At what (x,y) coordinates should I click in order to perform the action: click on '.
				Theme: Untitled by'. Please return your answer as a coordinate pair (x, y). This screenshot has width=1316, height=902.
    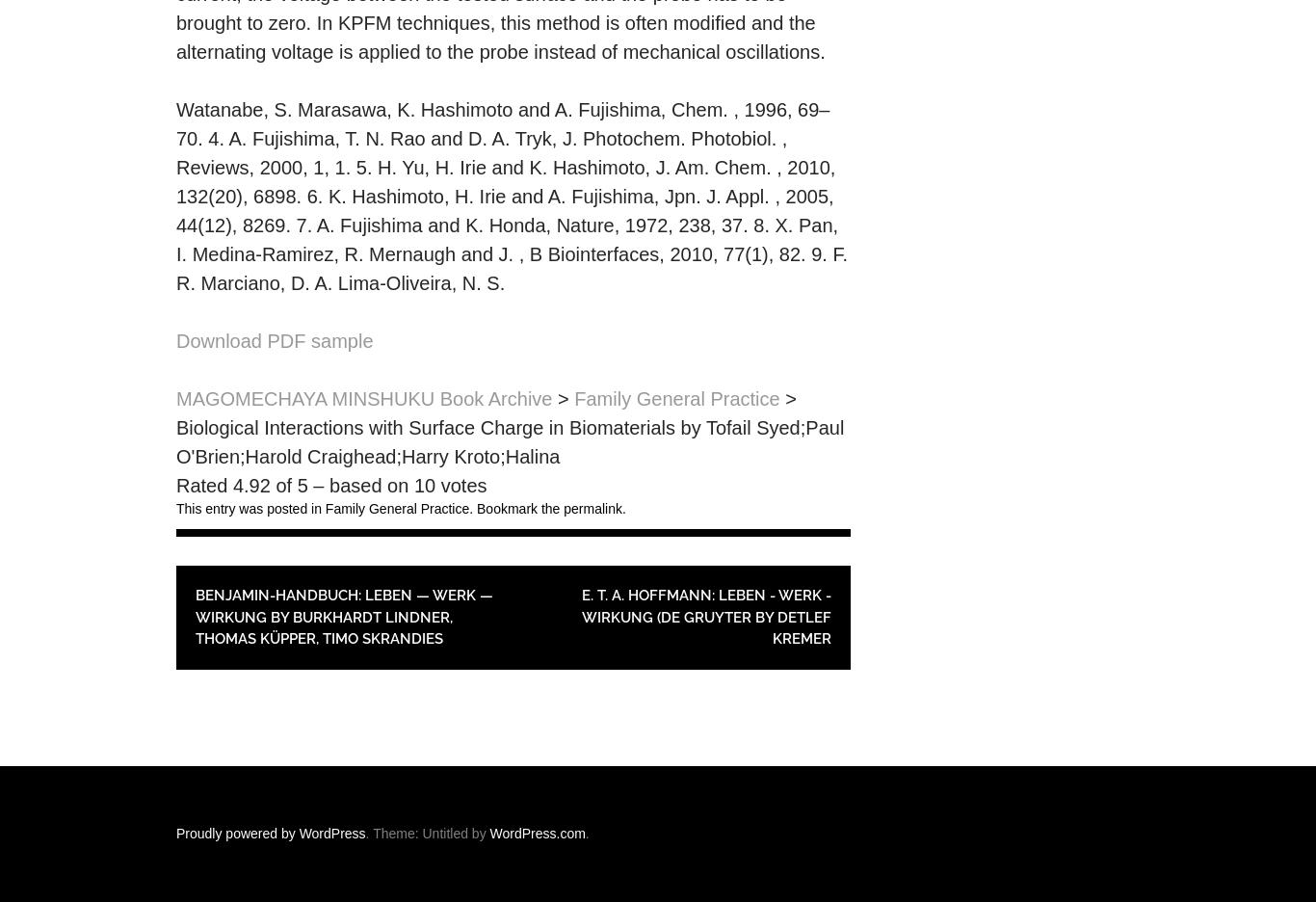
    Looking at the image, I should click on (426, 832).